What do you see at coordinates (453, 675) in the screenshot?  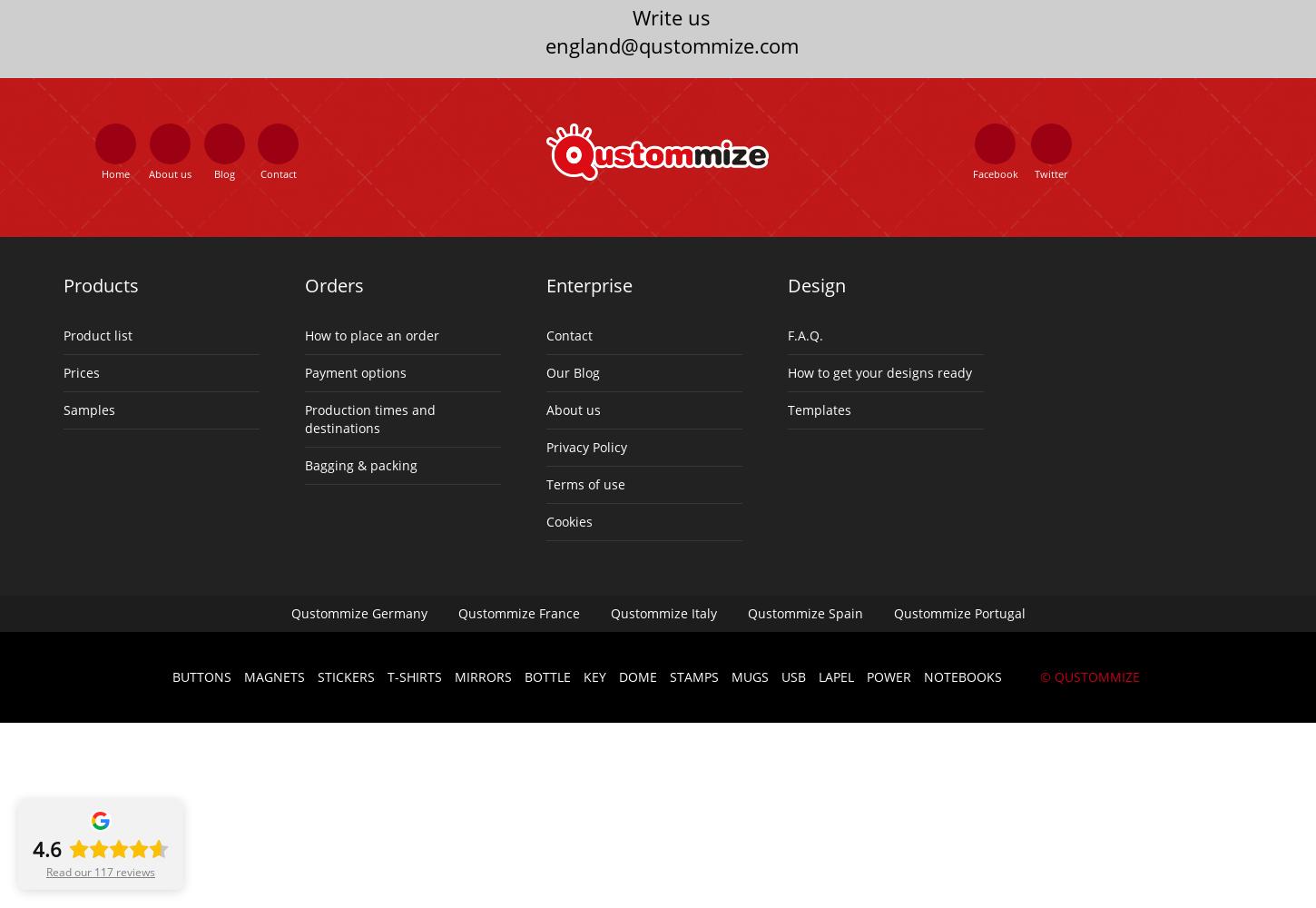 I see `'mirrors'` at bounding box center [453, 675].